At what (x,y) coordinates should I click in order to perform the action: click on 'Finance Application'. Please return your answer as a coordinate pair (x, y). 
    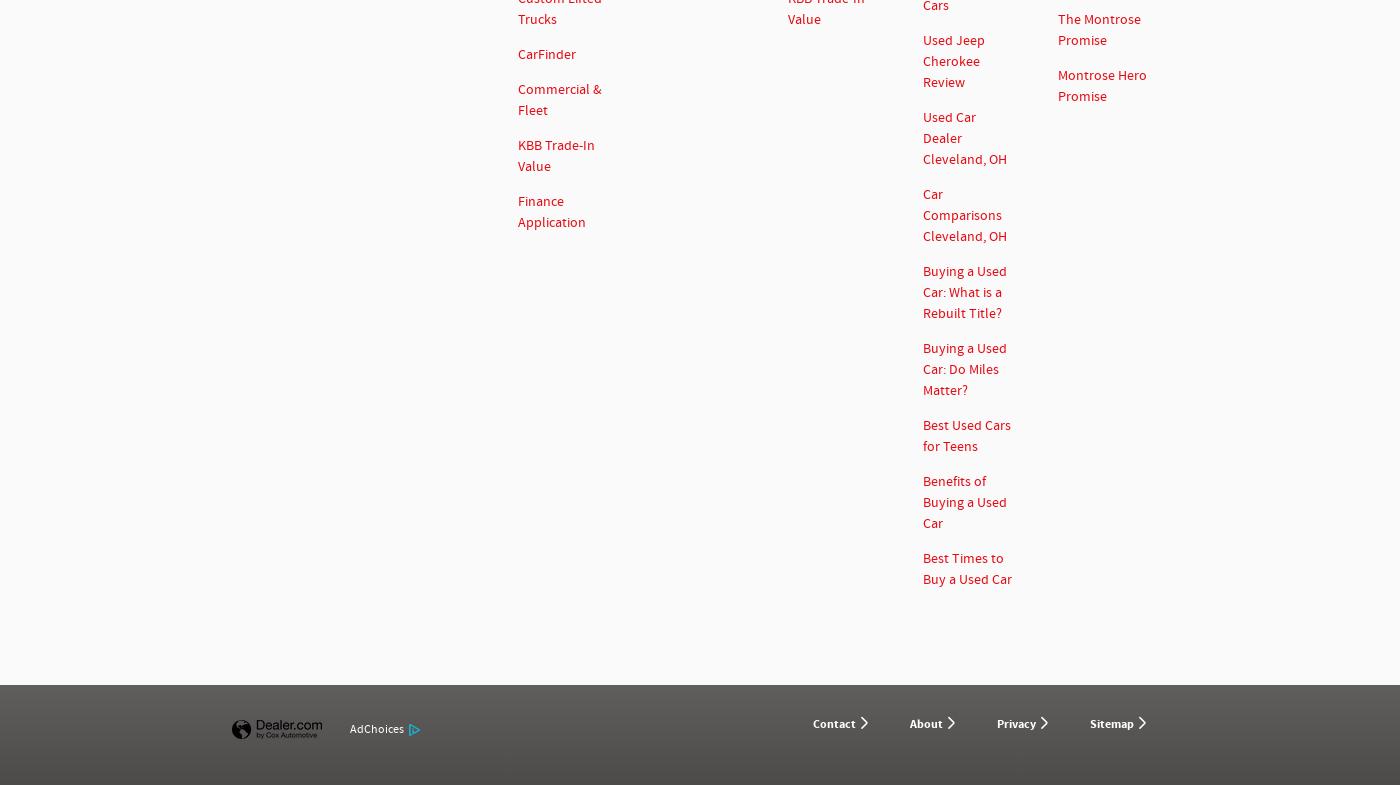
    Looking at the image, I should click on (552, 211).